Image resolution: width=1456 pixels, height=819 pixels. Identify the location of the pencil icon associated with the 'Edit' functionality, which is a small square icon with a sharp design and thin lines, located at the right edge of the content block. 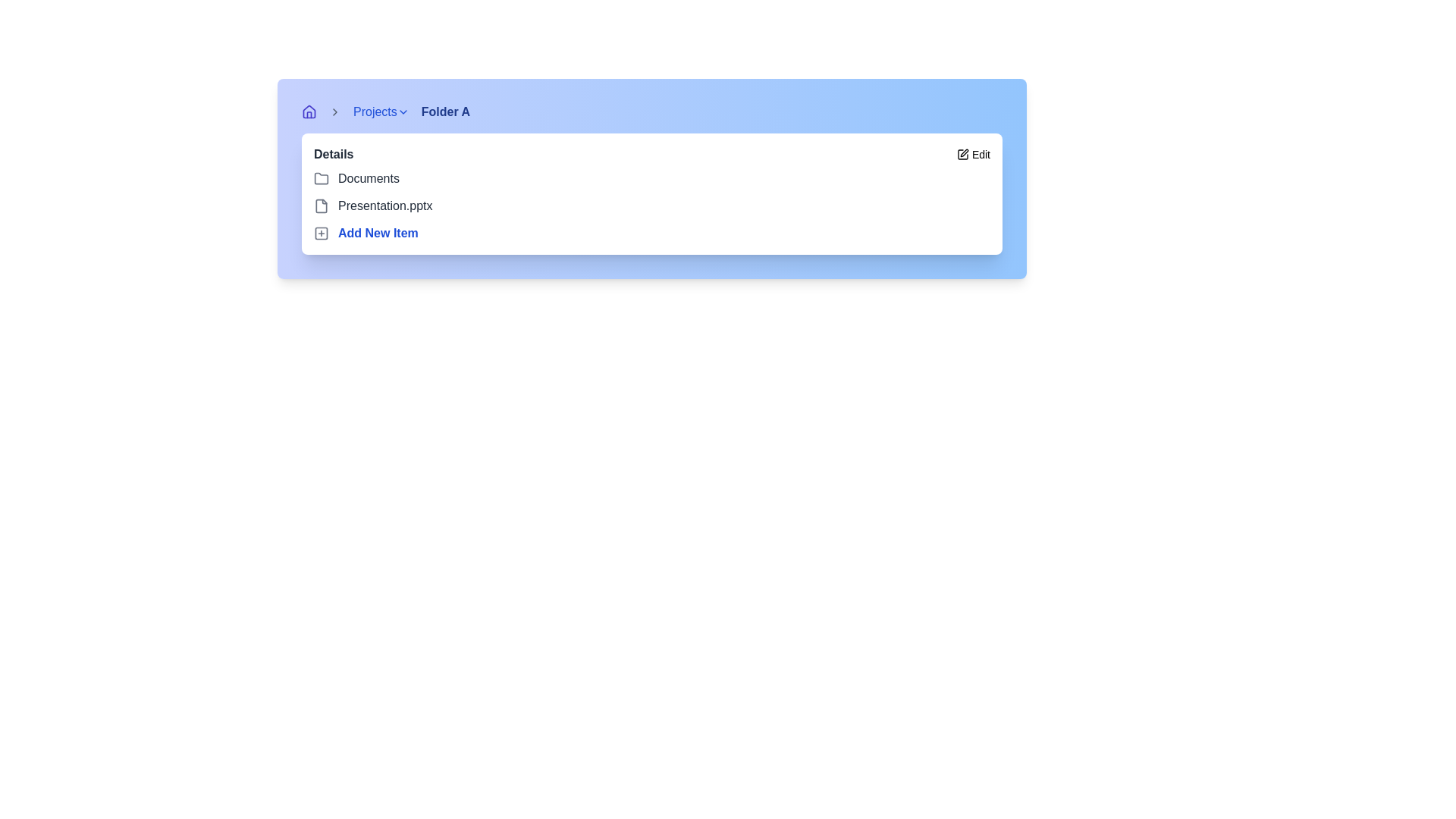
(962, 155).